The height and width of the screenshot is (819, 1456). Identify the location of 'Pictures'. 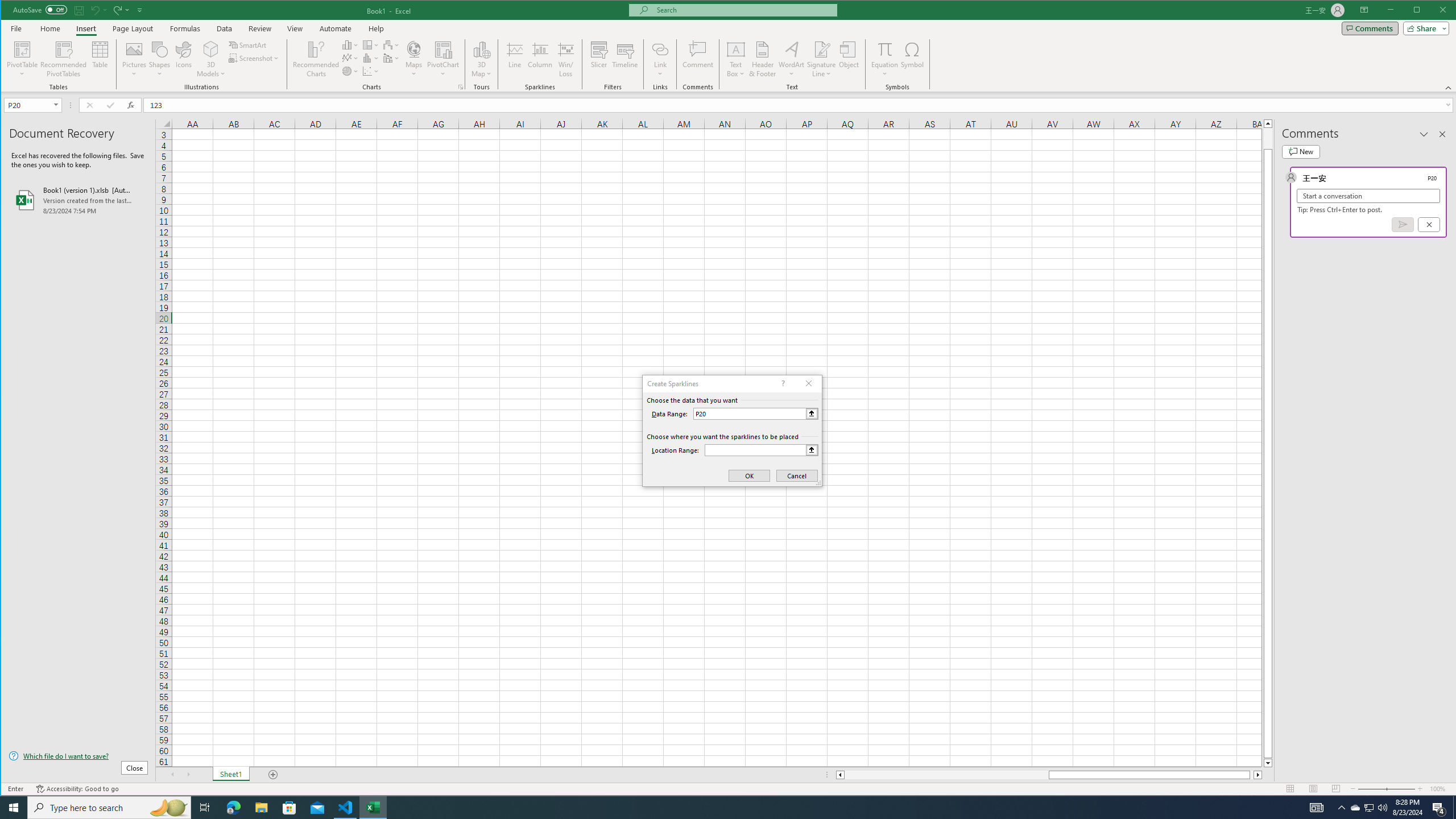
(134, 59).